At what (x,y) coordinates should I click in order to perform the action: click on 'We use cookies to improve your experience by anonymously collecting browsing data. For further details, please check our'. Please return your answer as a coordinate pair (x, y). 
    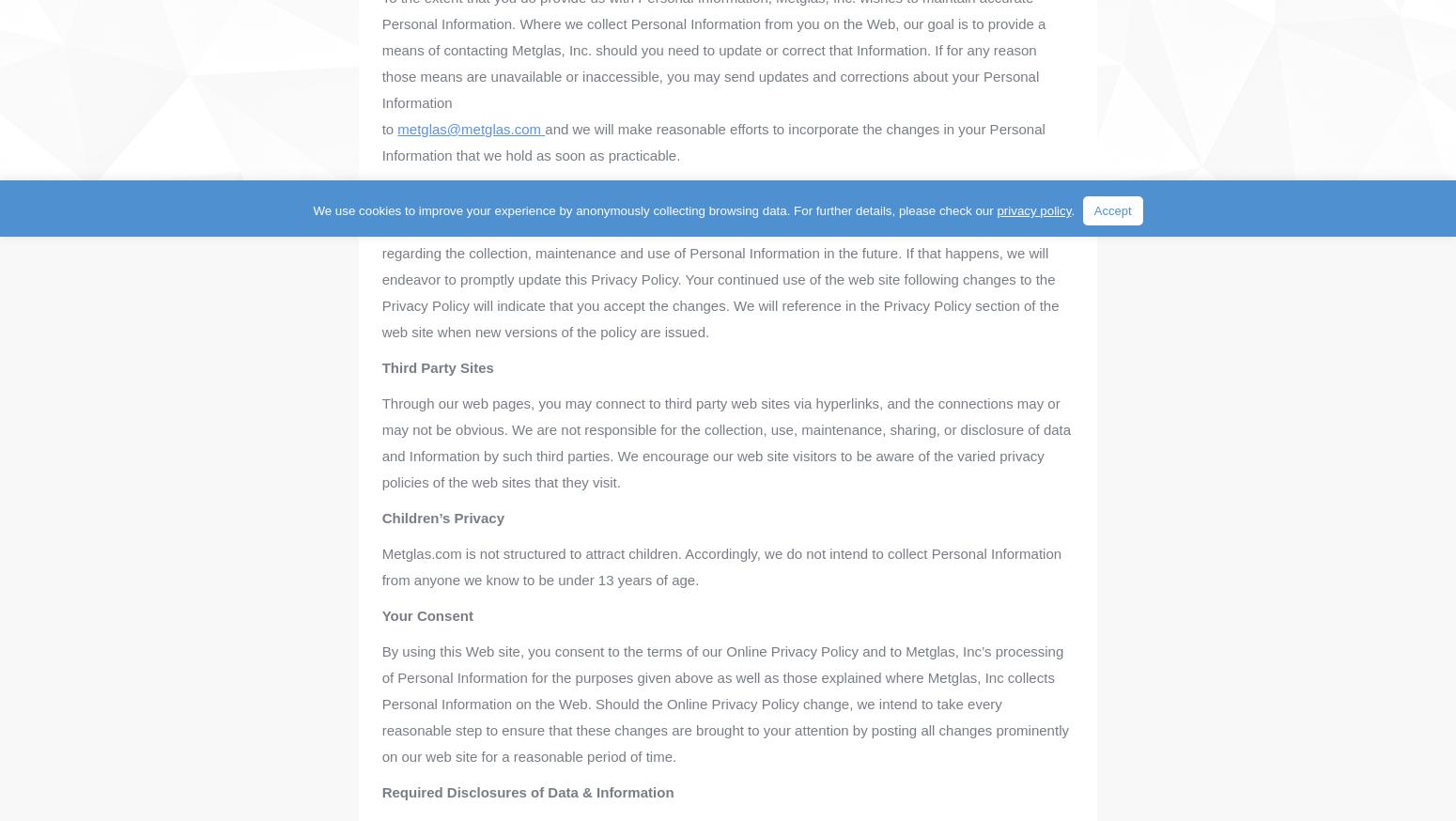
    Looking at the image, I should click on (311, 210).